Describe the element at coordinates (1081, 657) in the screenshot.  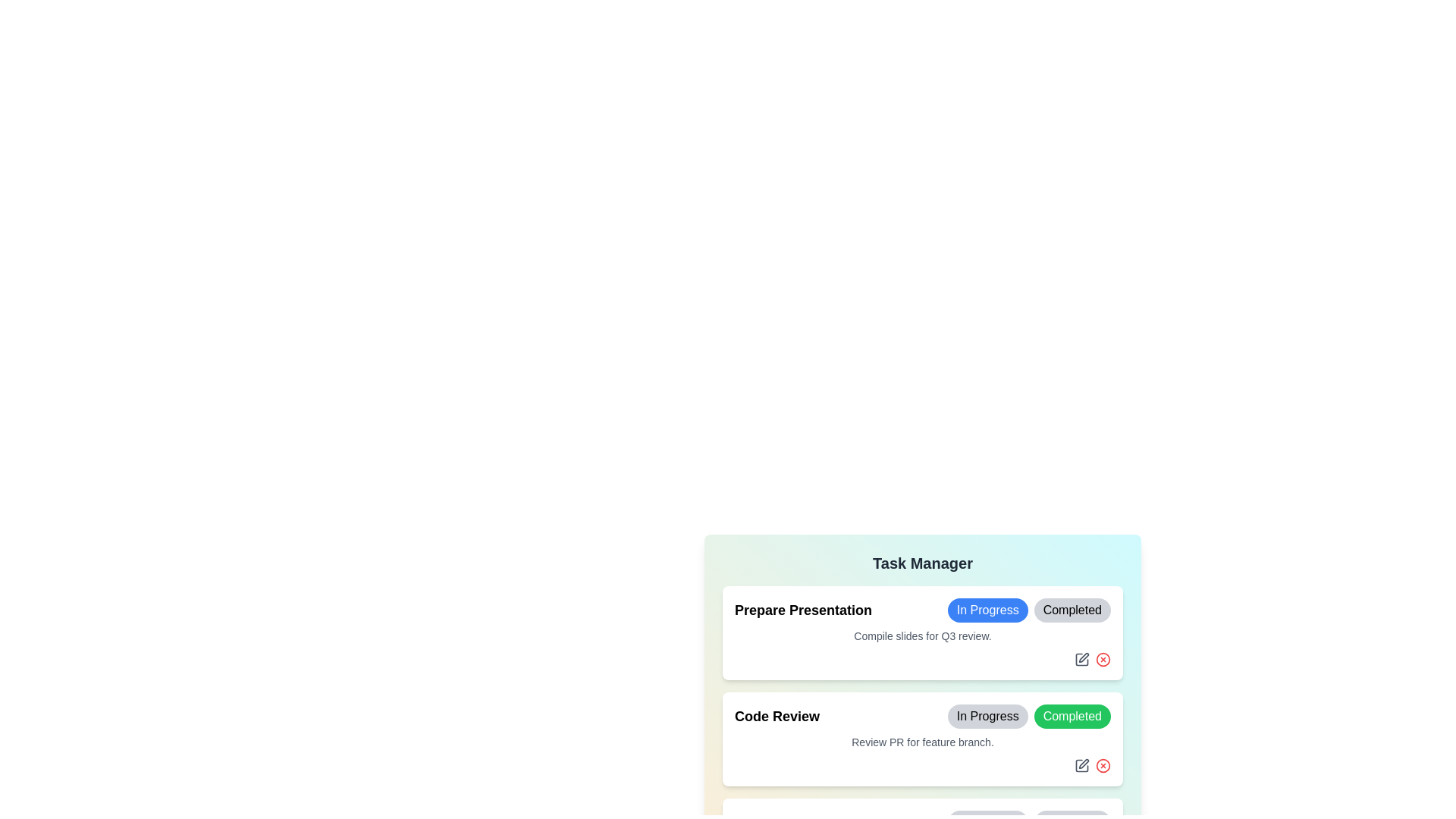
I see `the edit icon for the task titled 'Prepare Presentation'` at that location.